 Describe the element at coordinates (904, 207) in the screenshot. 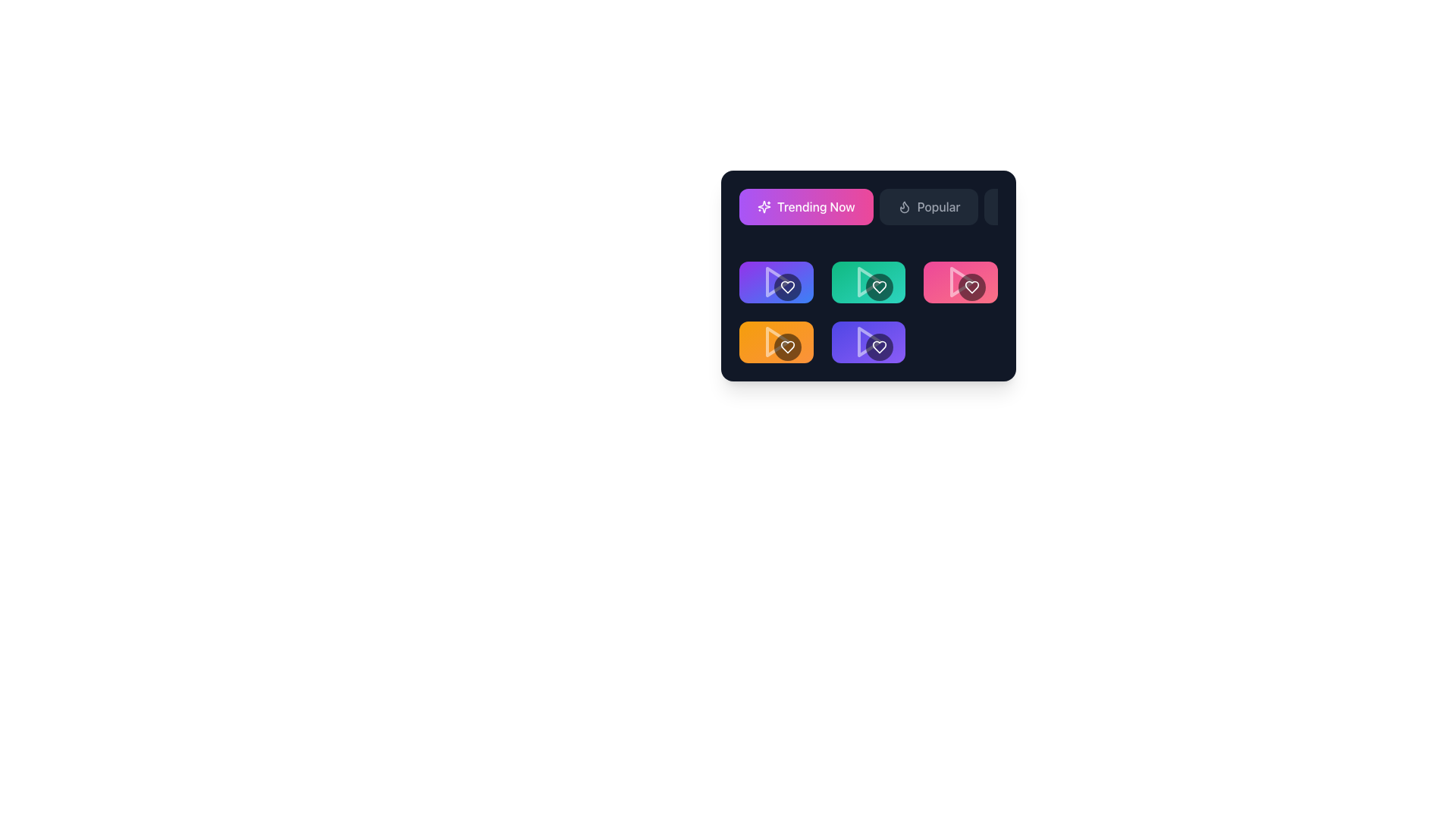

I see `the 'Popular' button which features a flame icon, located at the top section of the card` at that location.